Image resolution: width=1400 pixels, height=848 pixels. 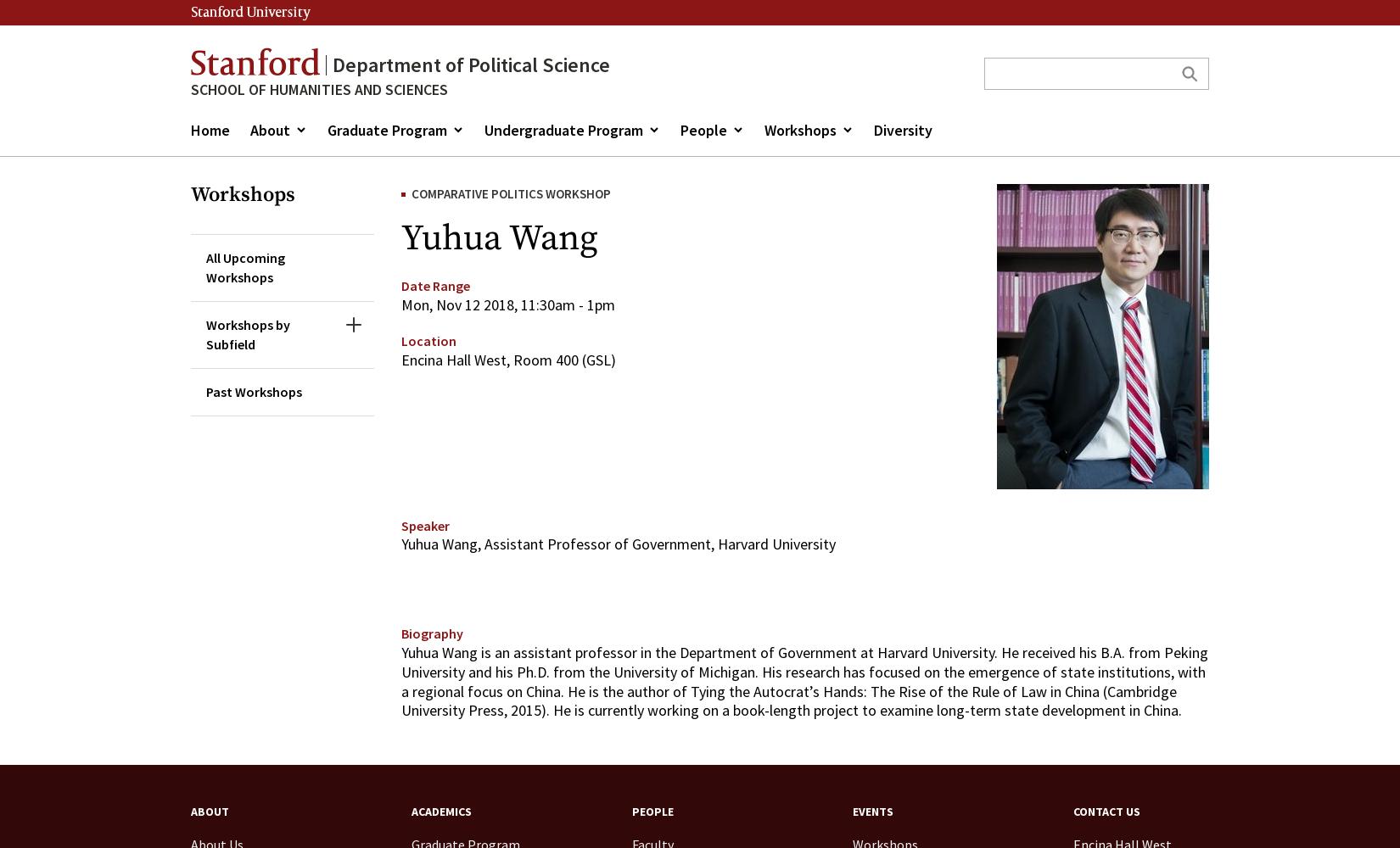 I want to click on 'Speaker', so click(x=424, y=524).